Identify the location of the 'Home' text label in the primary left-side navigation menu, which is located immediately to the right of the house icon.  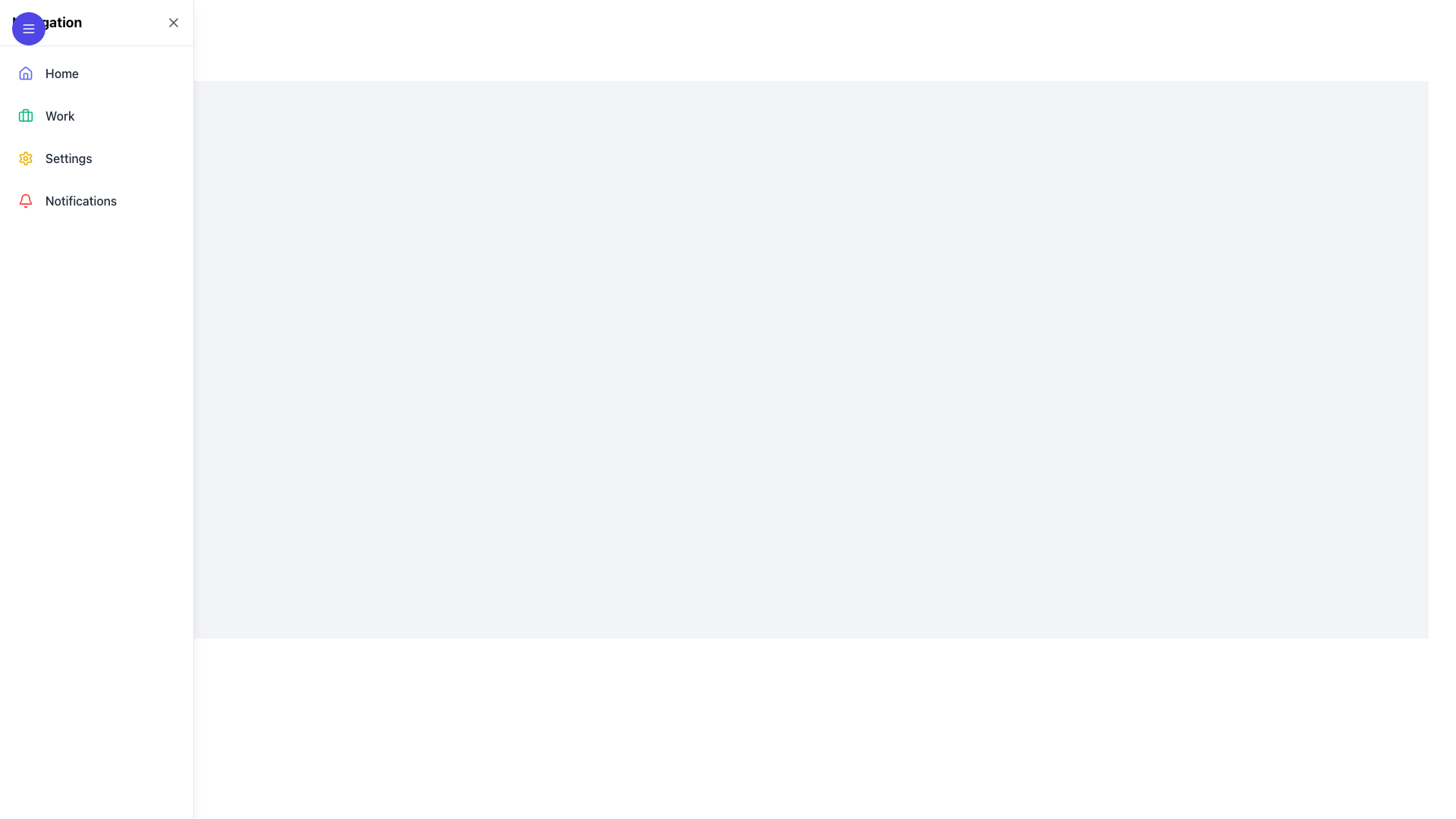
(61, 73).